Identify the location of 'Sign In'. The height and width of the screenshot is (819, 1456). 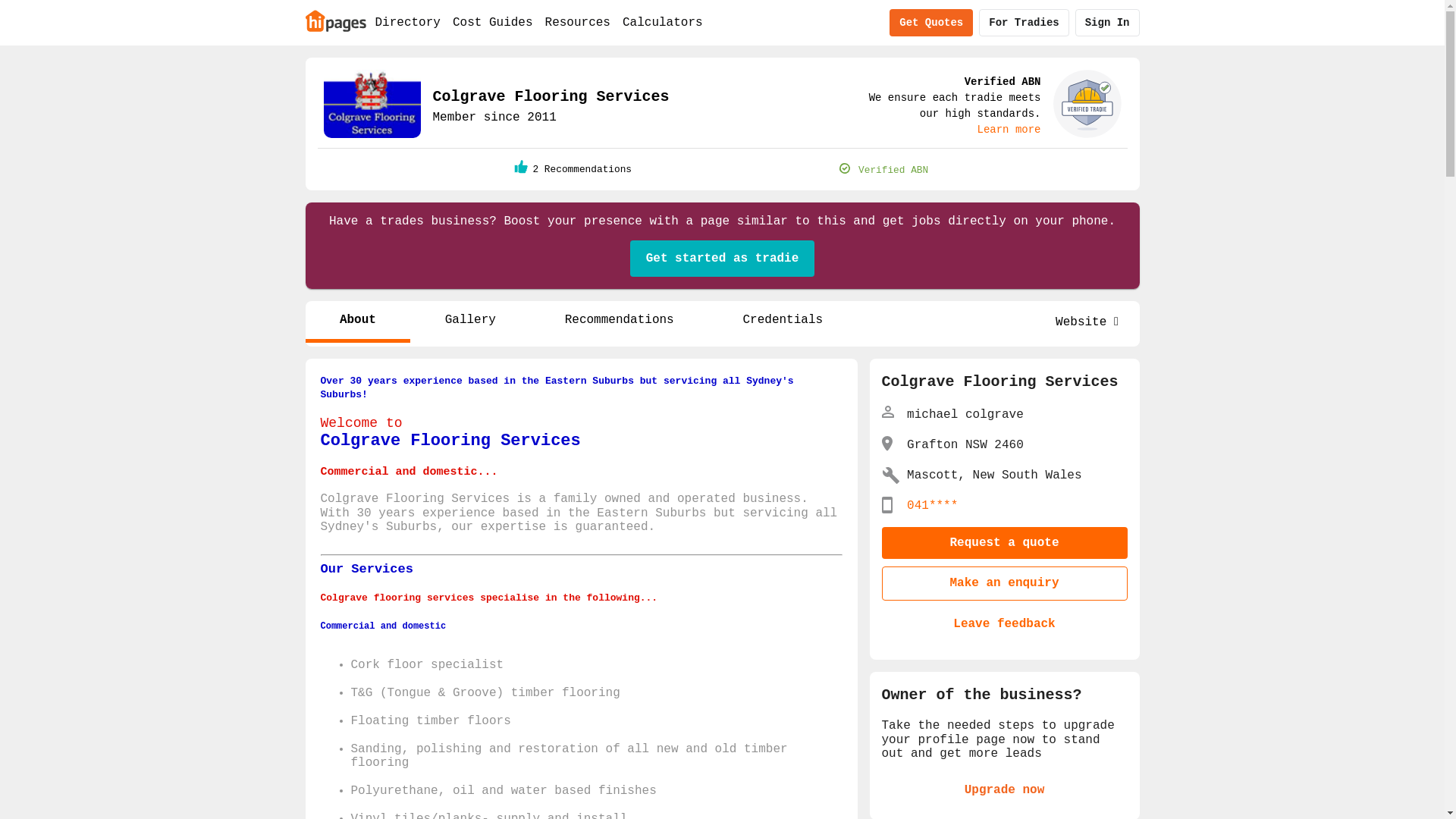
(1074, 23).